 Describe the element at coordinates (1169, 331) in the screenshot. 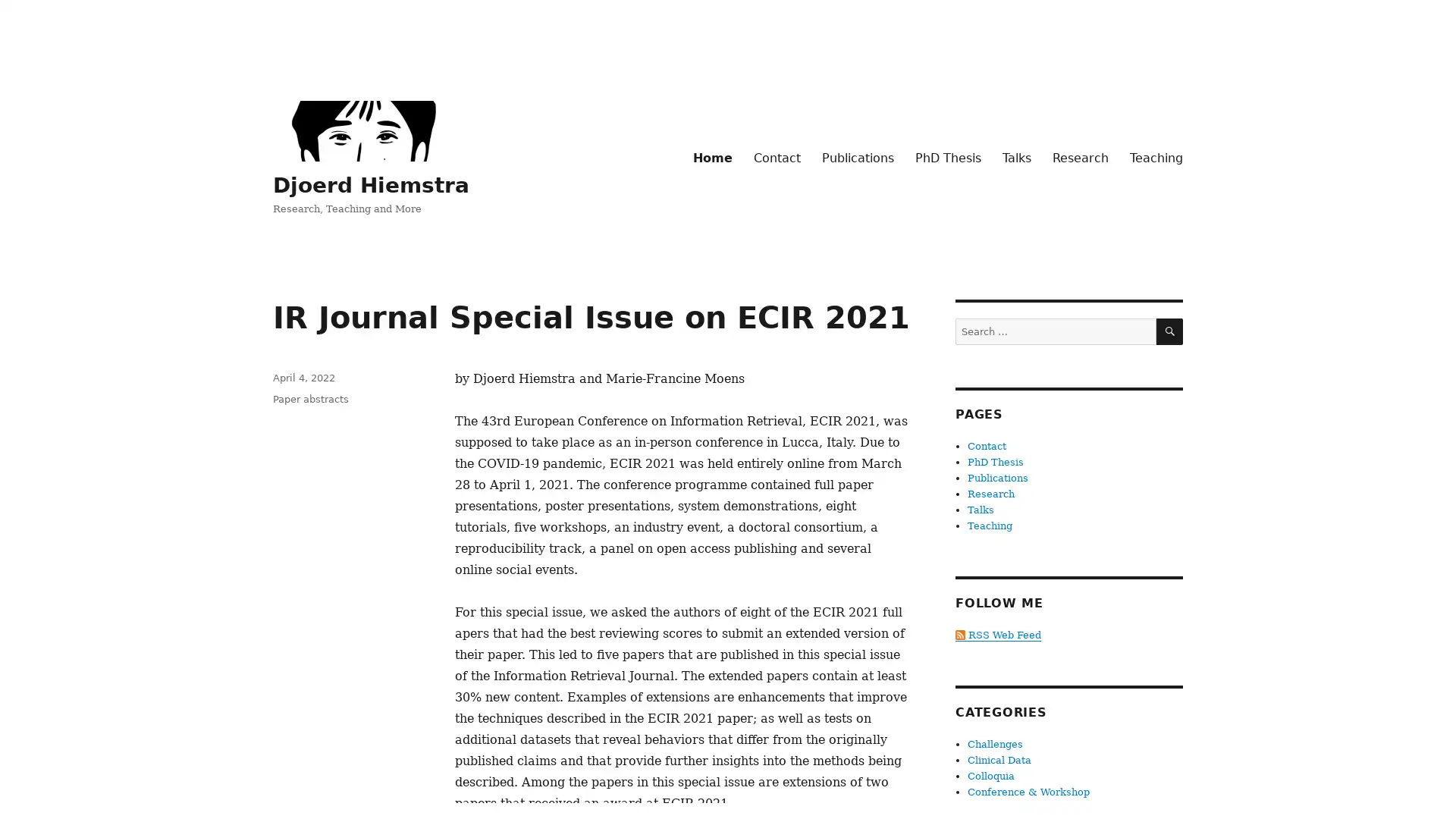

I see `SEARCH` at that location.